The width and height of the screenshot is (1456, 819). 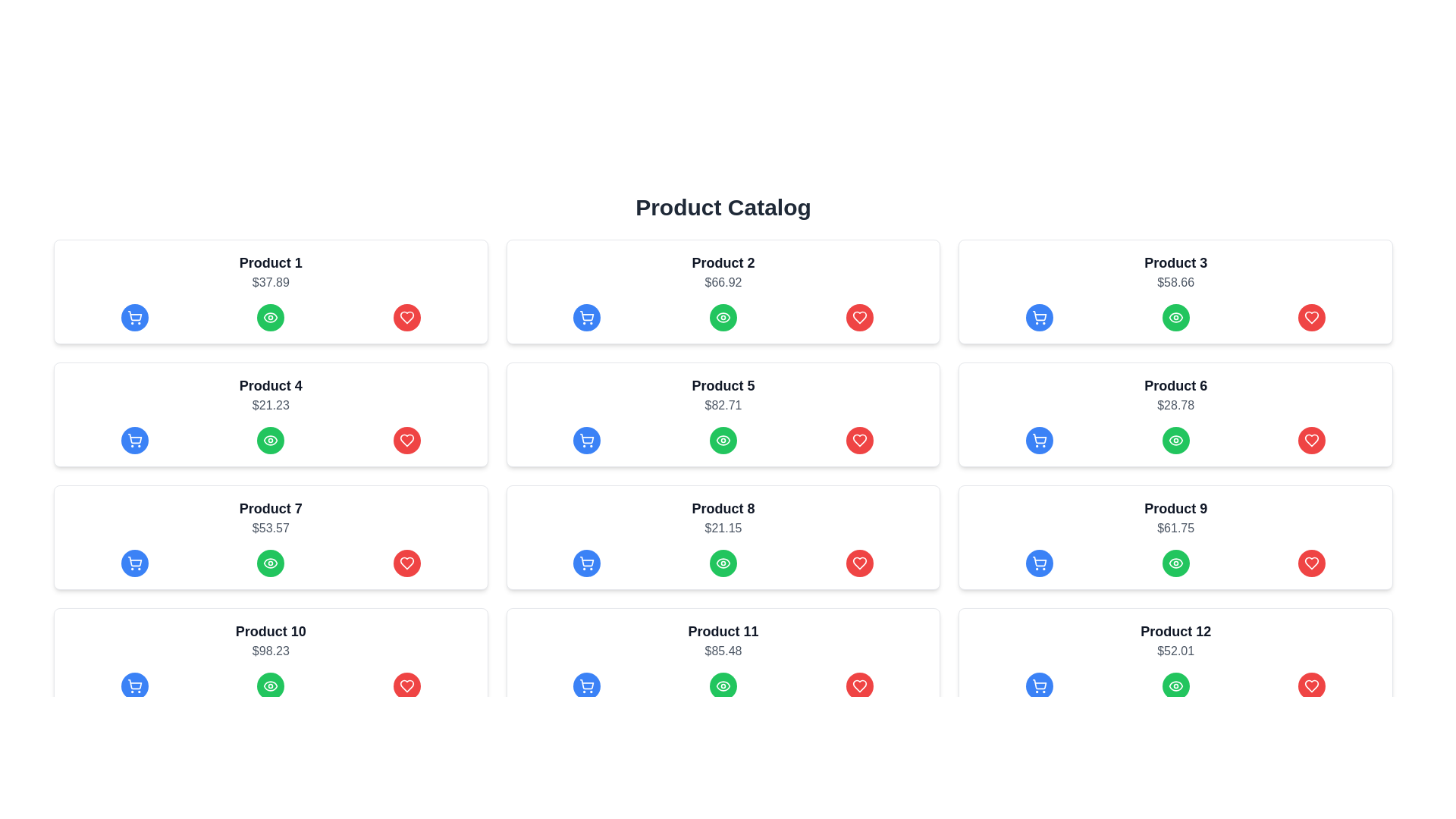 I want to click on the eye icon graphic located under the 'Product 12' card in the product catalog for viewing or preview actions, so click(x=1175, y=686).